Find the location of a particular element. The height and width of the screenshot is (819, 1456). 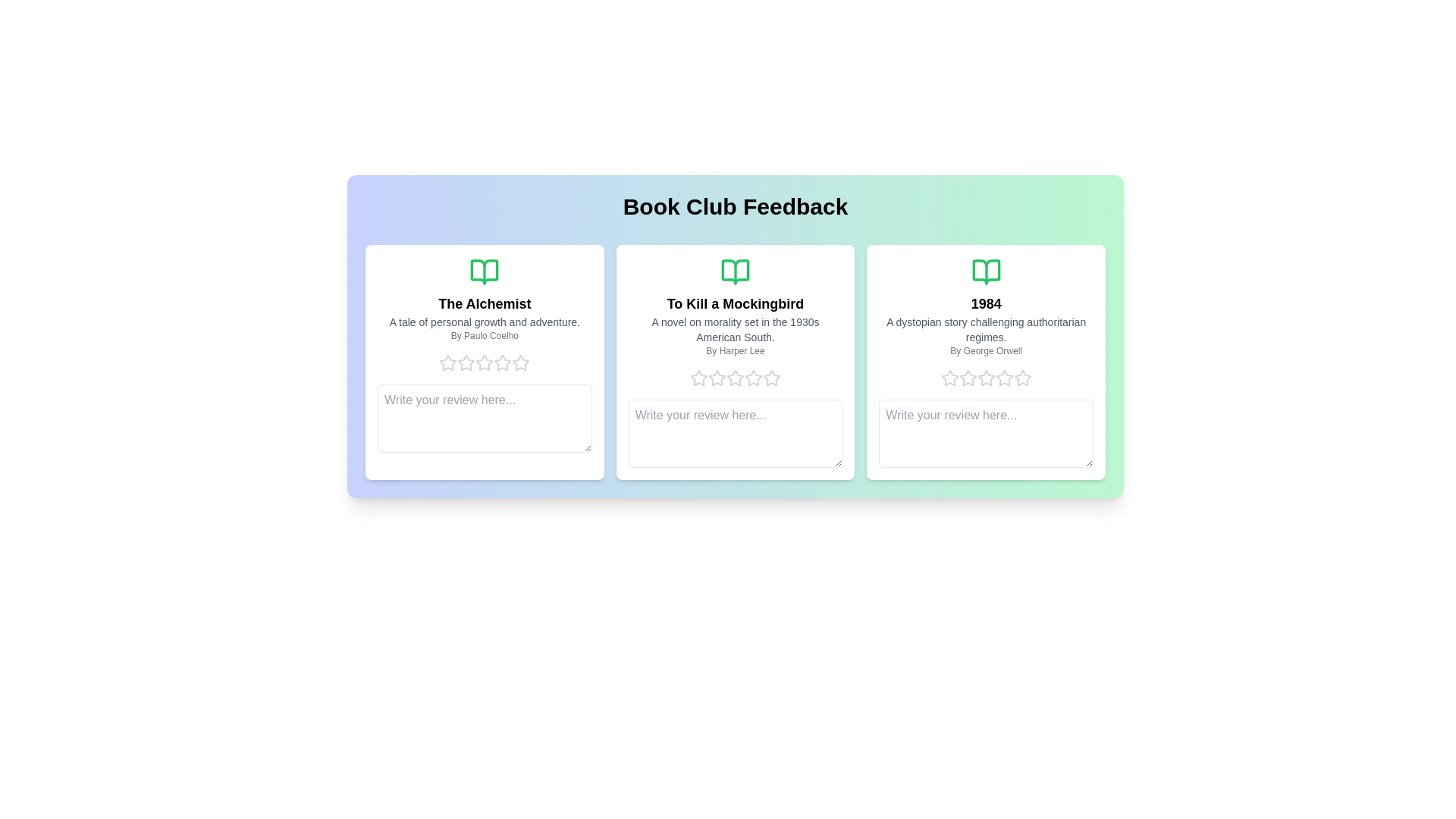

one of the rating stars below the subtitle 'By Harper Lee' is located at coordinates (735, 377).